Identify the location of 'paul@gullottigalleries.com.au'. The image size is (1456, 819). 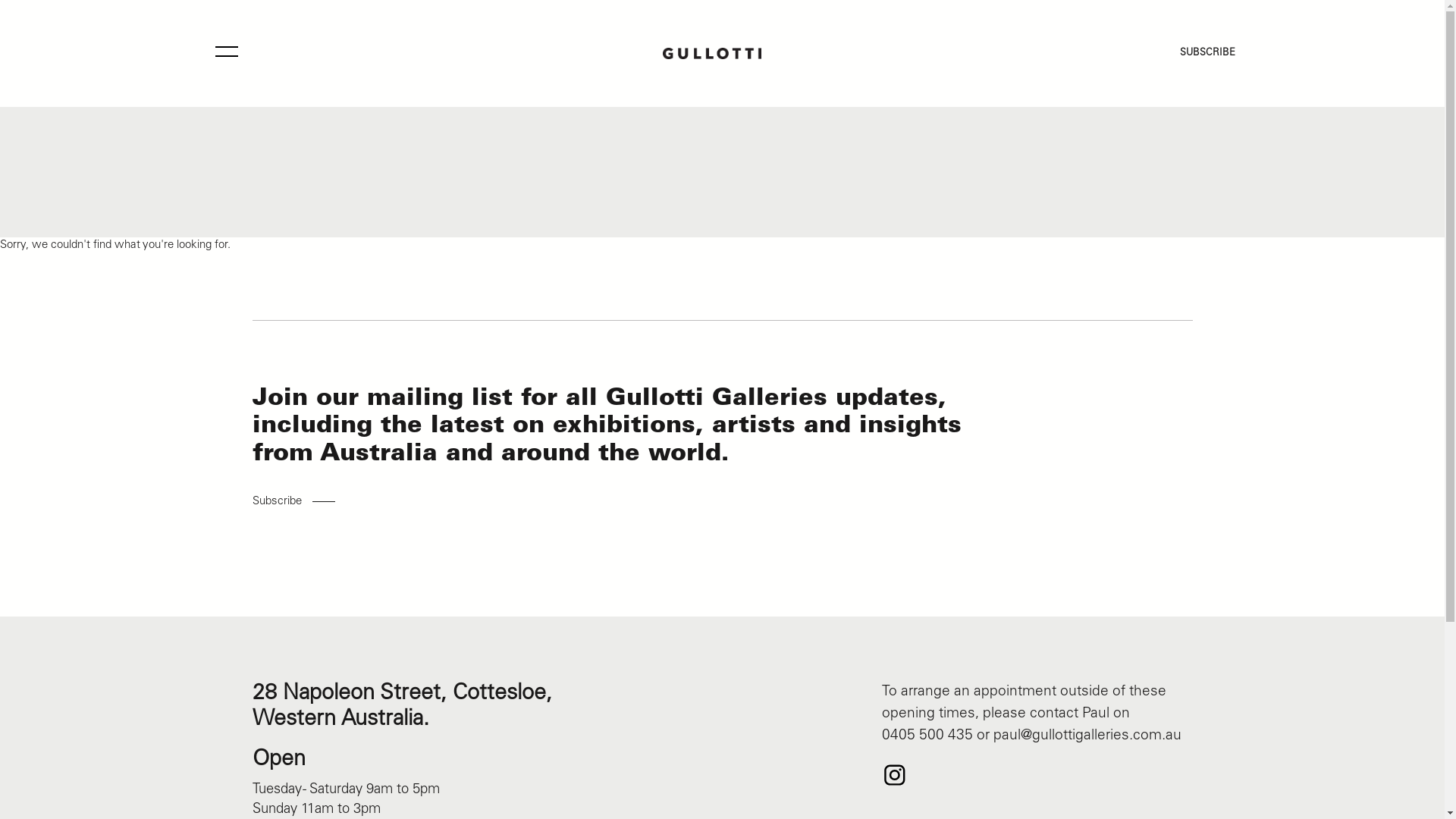
(993, 735).